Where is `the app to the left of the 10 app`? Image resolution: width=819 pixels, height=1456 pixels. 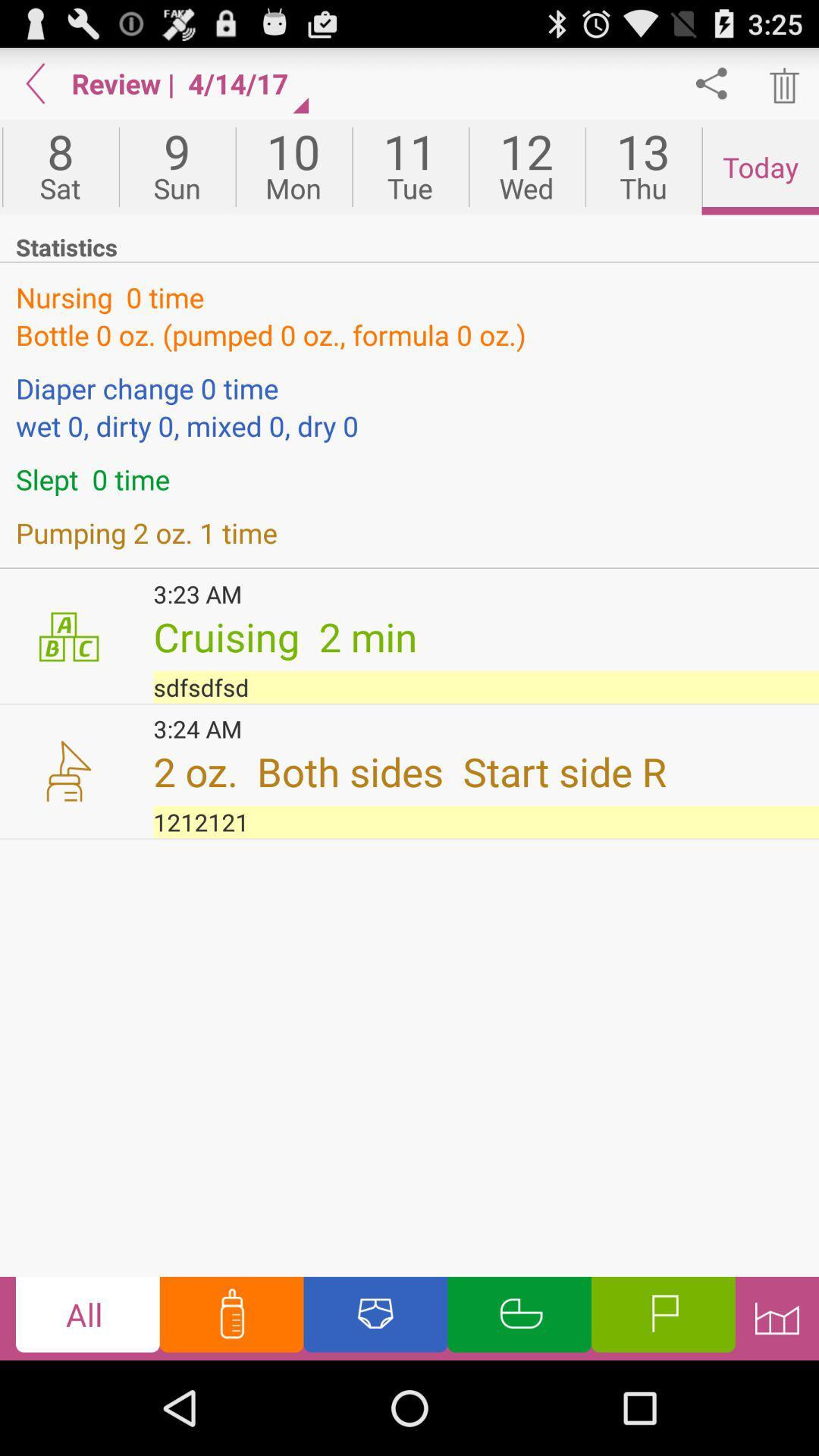
the app to the left of the 10 app is located at coordinates (176, 167).